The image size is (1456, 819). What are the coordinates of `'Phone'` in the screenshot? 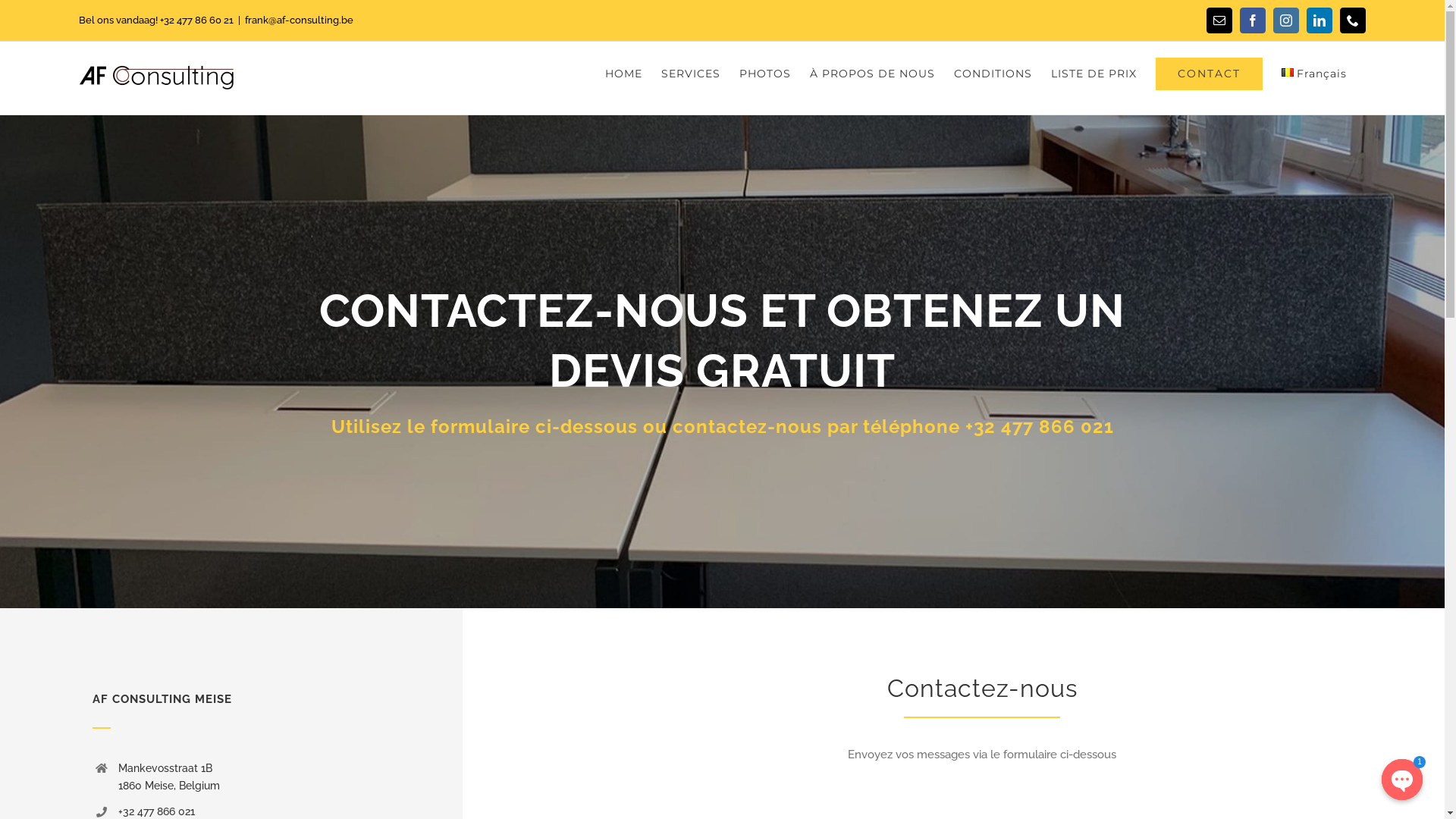 It's located at (1353, 20).